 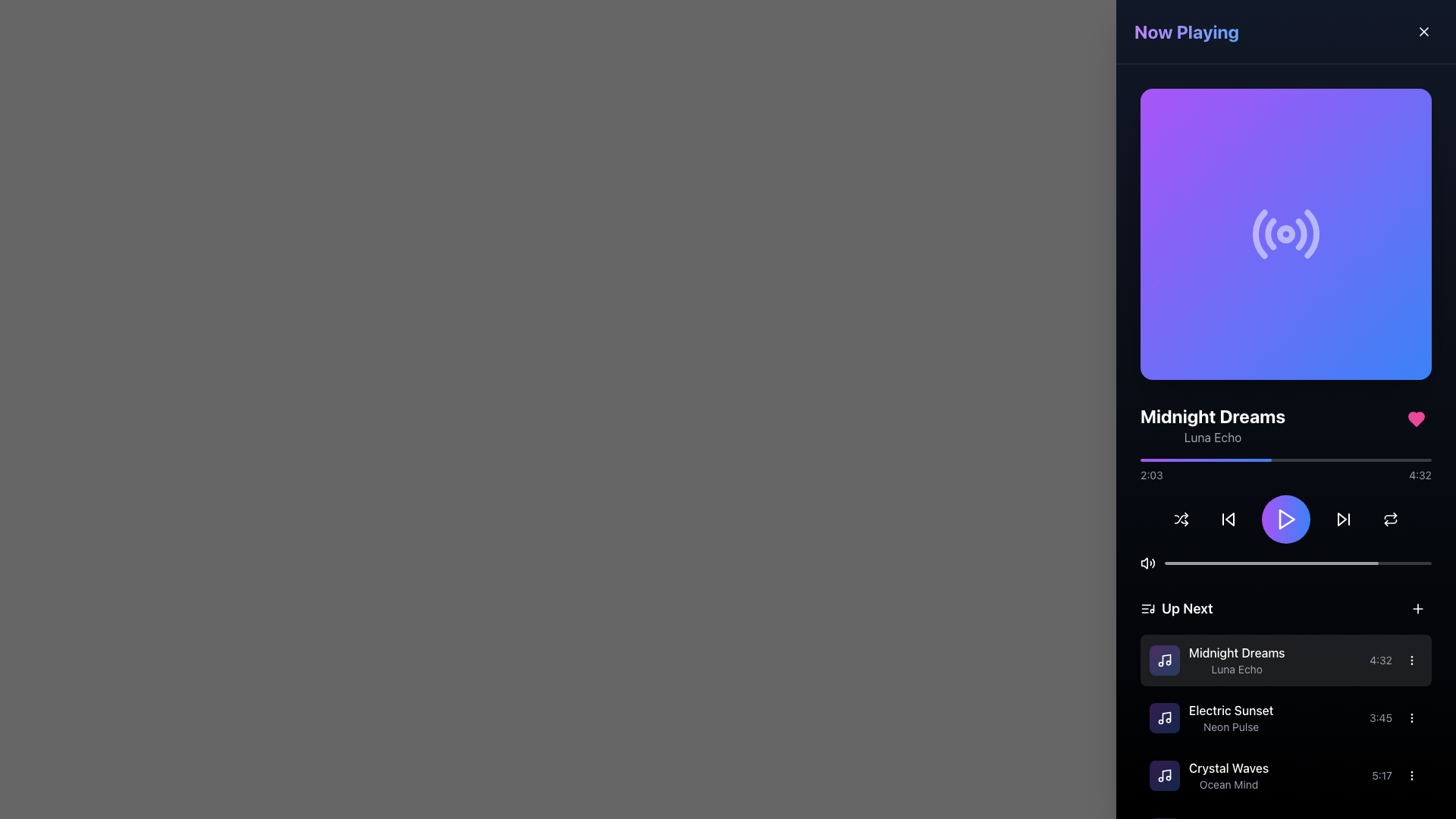 What do you see at coordinates (1335, 563) in the screenshot?
I see `playback position` at bounding box center [1335, 563].